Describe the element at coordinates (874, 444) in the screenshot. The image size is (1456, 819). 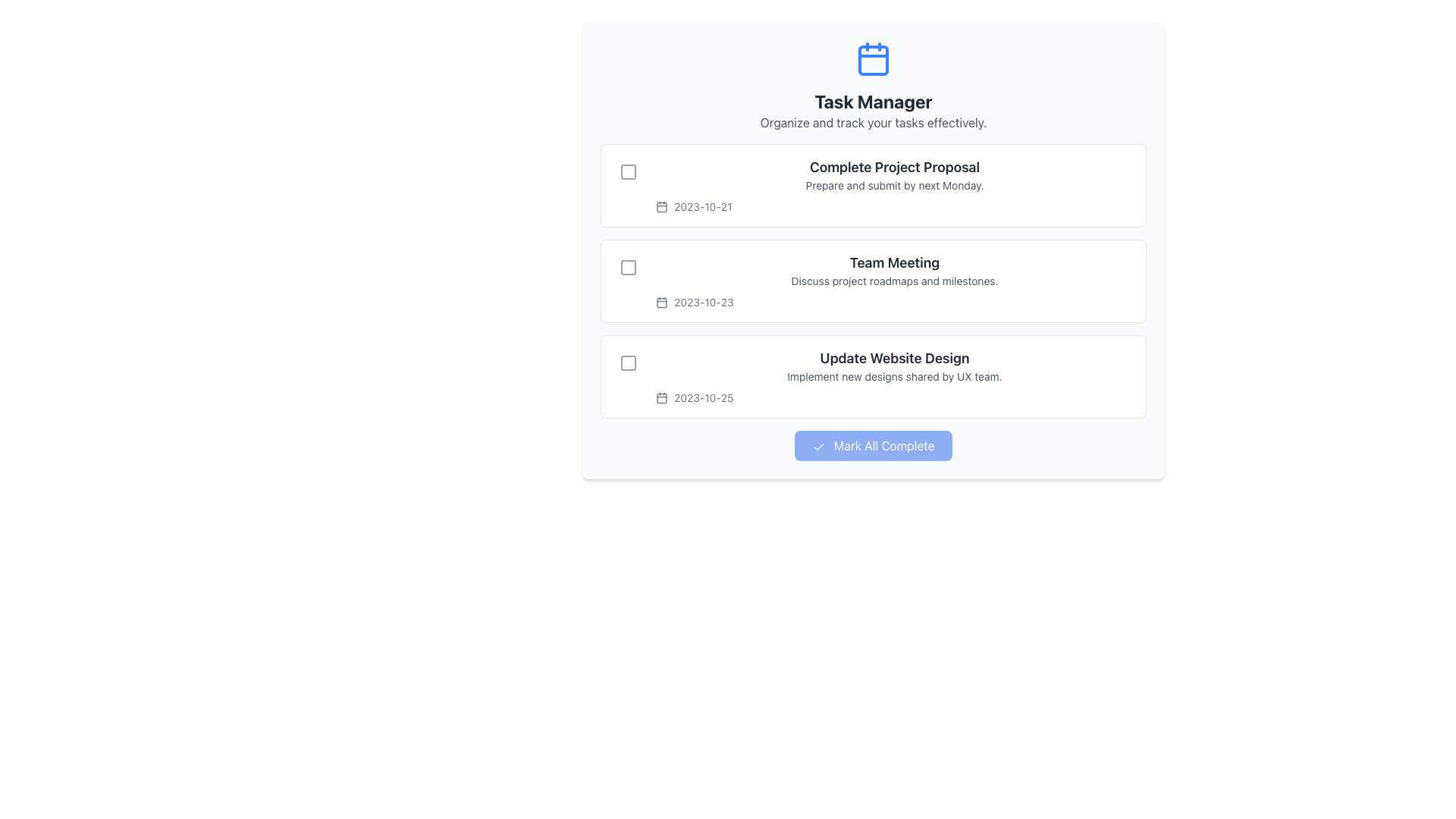
I see `the button labeled 'Mark All Complete' with a blue background and a checkmark icon` at that location.